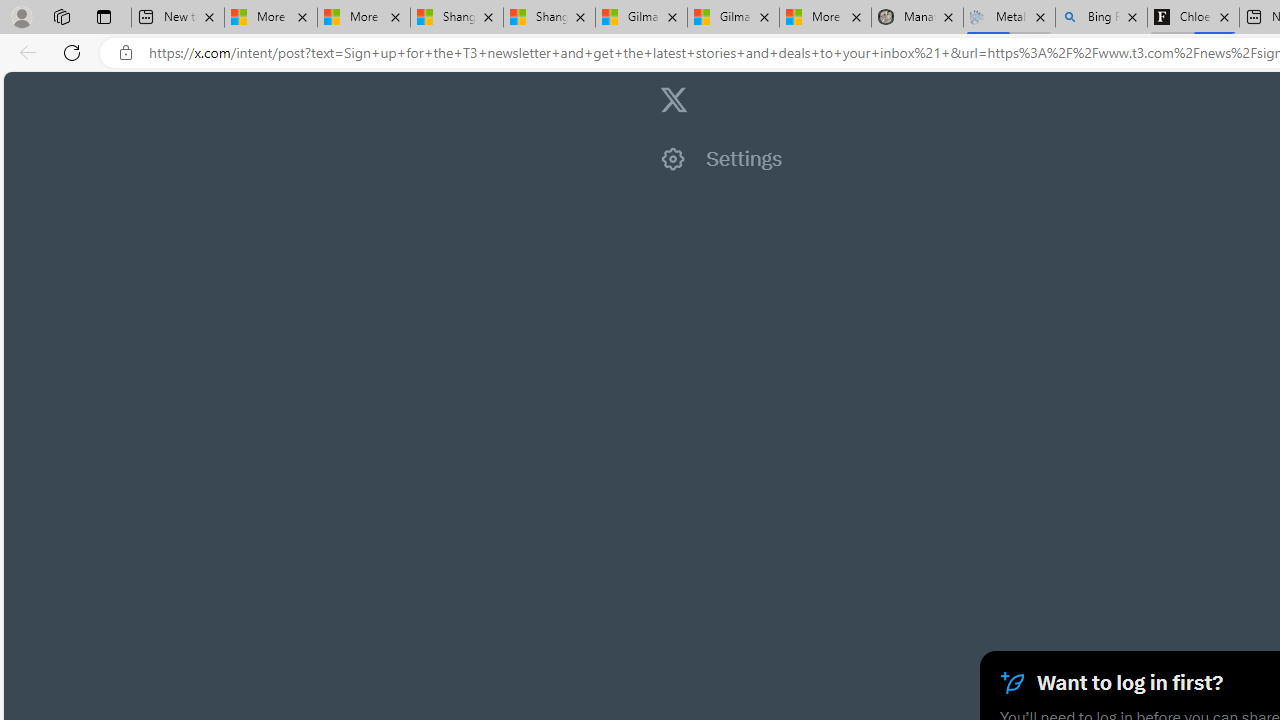 This screenshot has width=1280, height=720. Describe the element at coordinates (61, 16) in the screenshot. I see `'Workspaces'` at that location.